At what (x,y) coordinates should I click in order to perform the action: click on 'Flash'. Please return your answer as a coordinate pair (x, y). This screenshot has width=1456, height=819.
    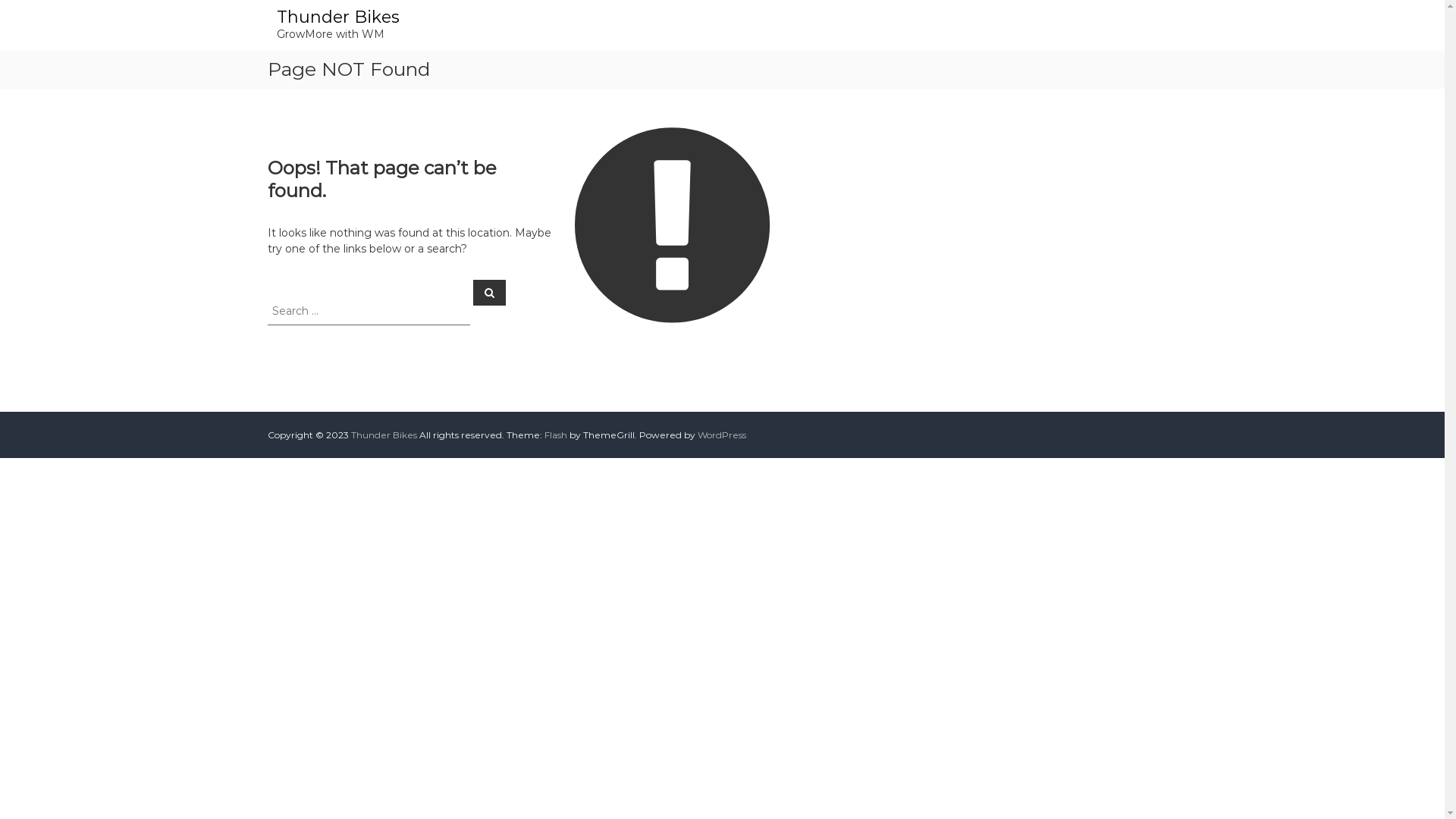
    Looking at the image, I should click on (544, 435).